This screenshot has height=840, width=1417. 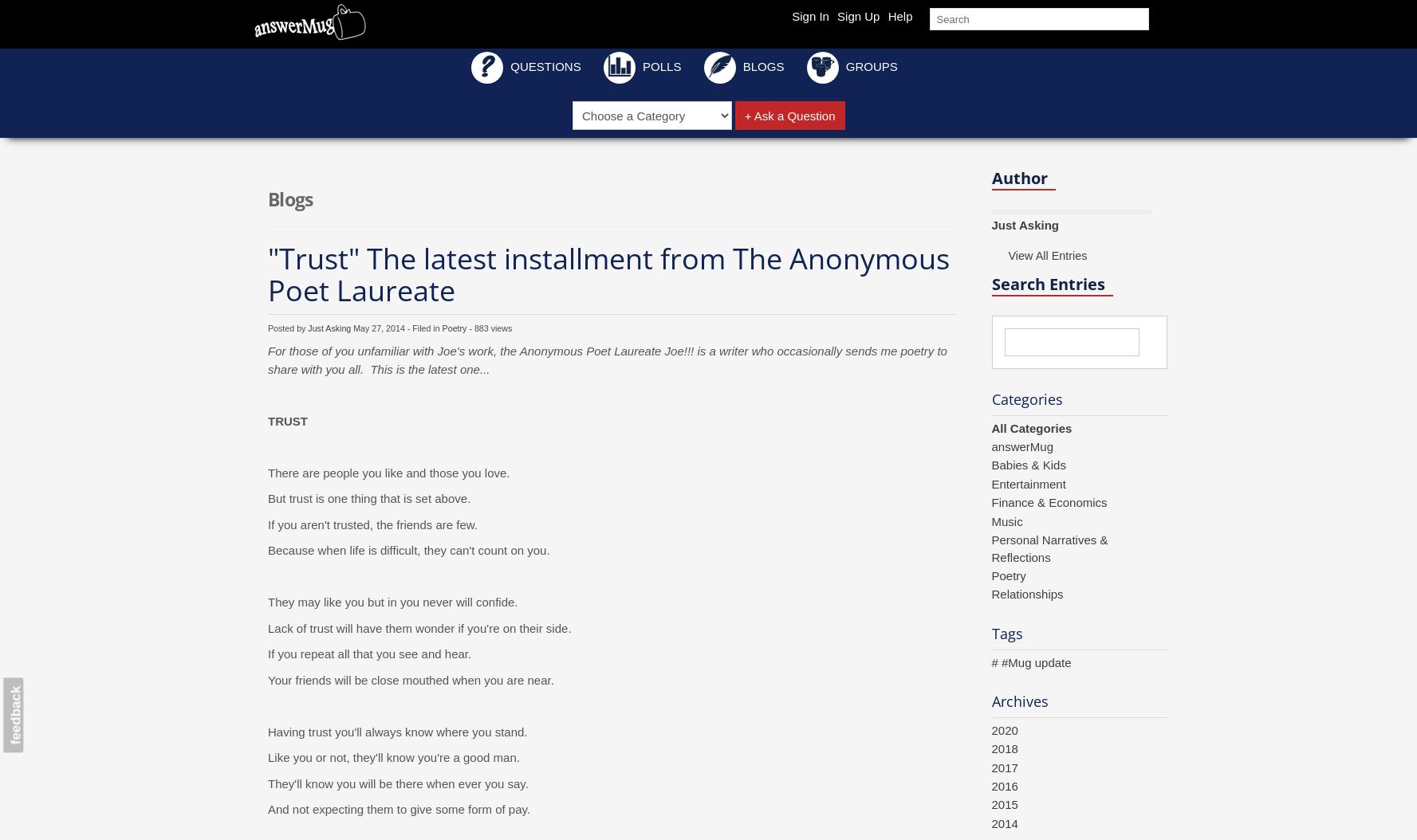 What do you see at coordinates (661, 65) in the screenshot?
I see `'Polls'` at bounding box center [661, 65].